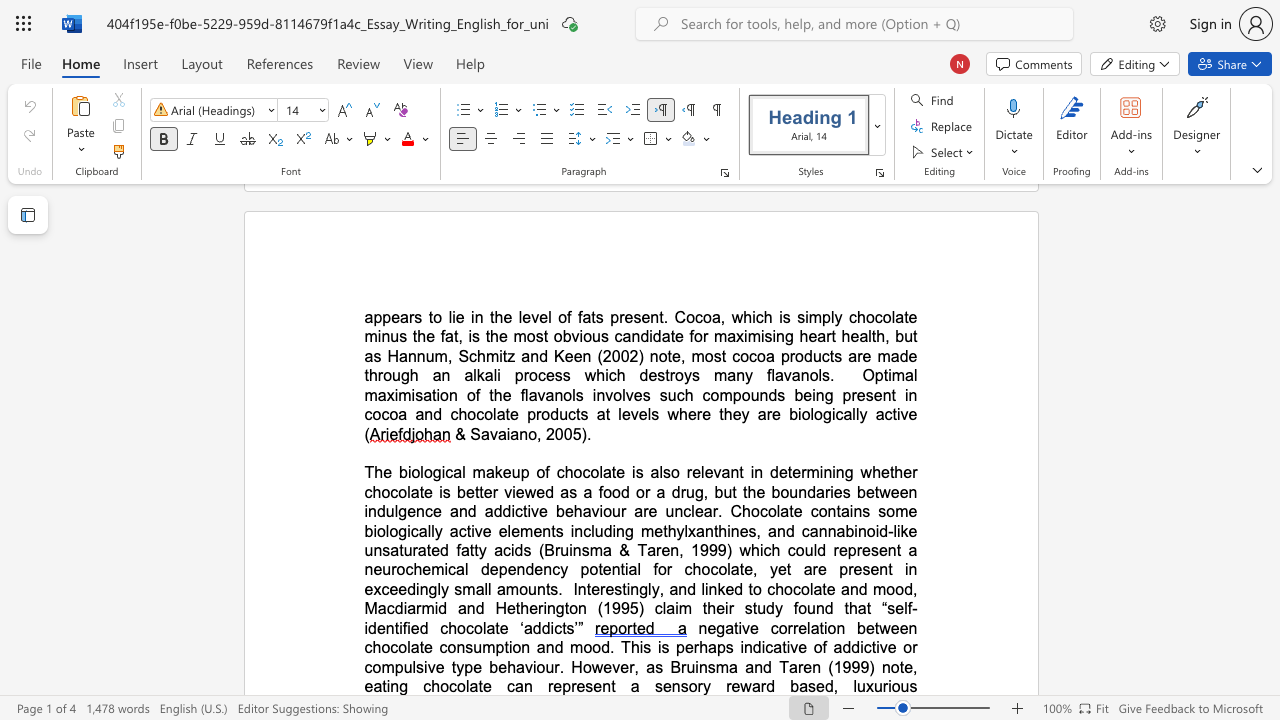 The width and height of the screenshot is (1280, 720). What do you see at coordinates (570, 667) in the screenshot?
I see `the subset text "However, as Bruinsma and Tare" within the text "of addictive or compulsive type behaviour. However, as Bruinsma and Taren (1999) note, eating chocolate can"` at bounding box center [570, 667].